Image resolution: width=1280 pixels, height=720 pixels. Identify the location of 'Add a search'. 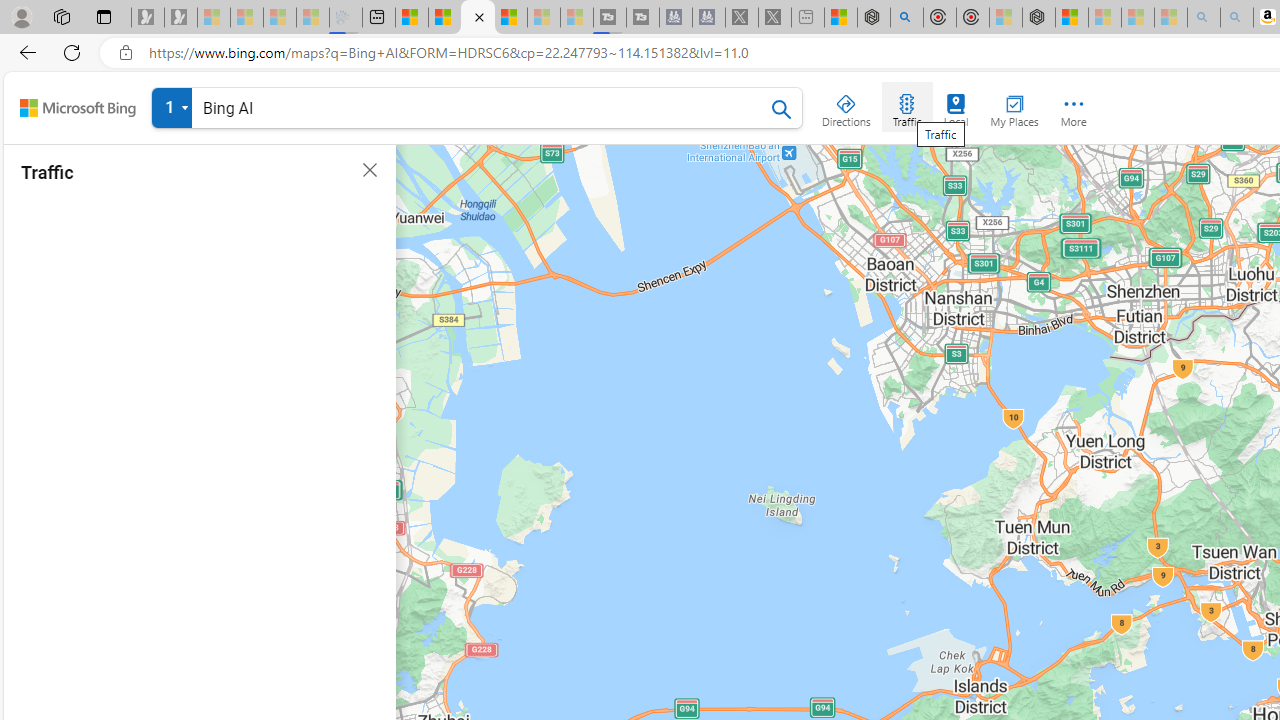
(482, 108).